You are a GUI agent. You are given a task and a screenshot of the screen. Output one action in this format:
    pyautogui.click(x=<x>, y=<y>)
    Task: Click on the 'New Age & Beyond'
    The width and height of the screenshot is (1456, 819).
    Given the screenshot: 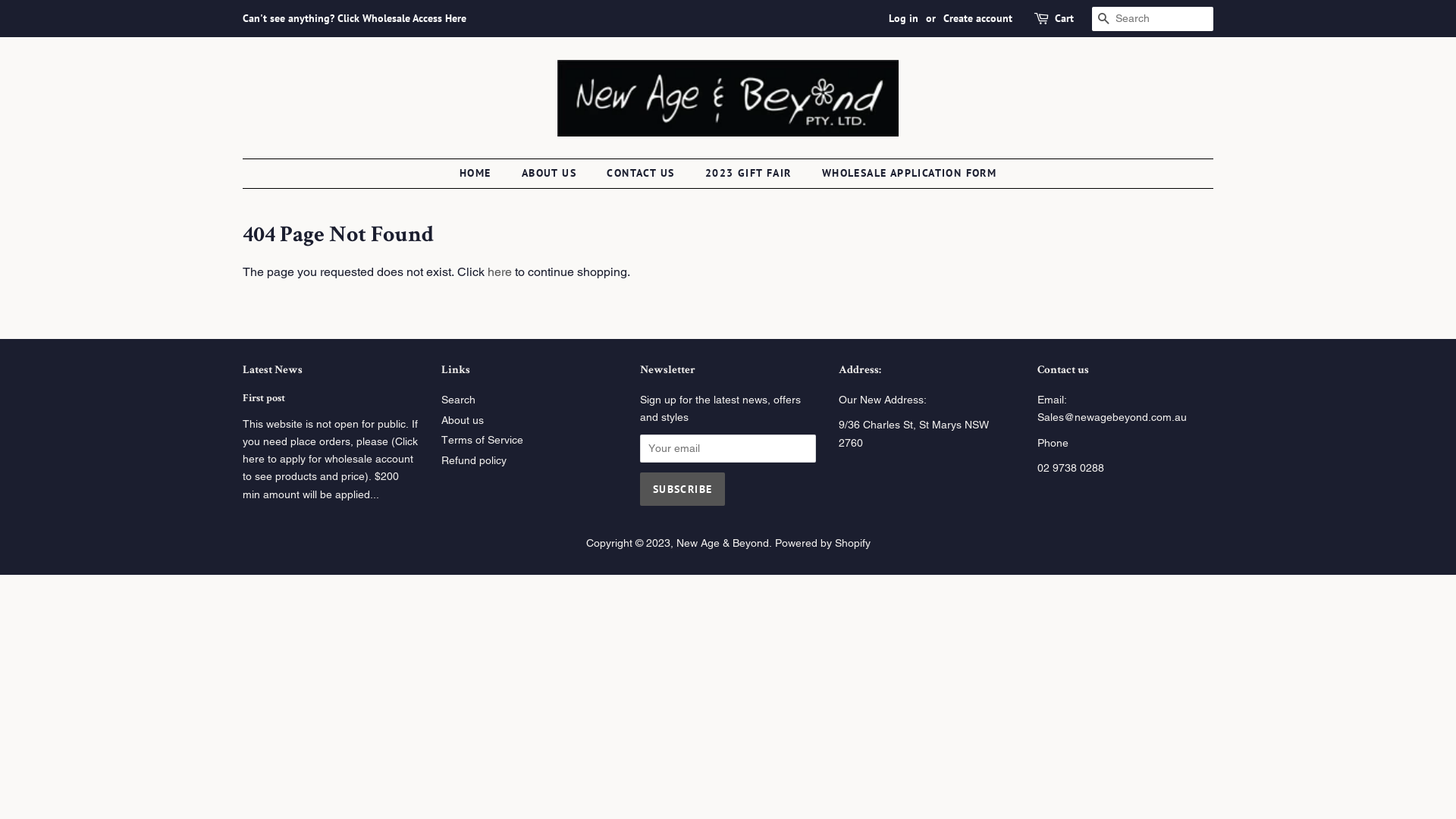 What is the action you would take?
    pyautogui.click(x=676, y=542)
    